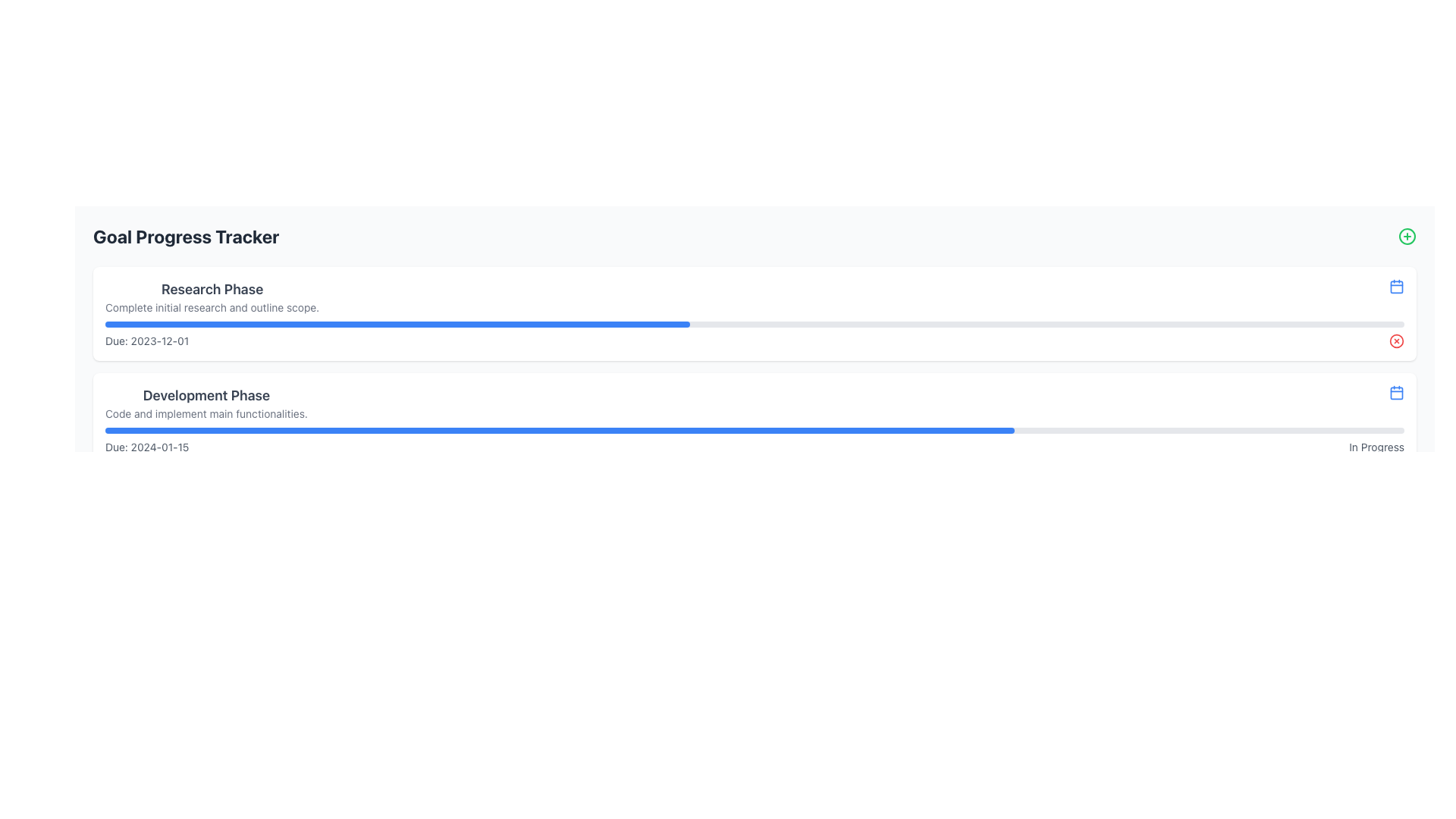  I want to click on the text element that reads 'Code and implement main functionalities.' which is styled in gray and located below the 'Development Phase' header, so click(206, 414).